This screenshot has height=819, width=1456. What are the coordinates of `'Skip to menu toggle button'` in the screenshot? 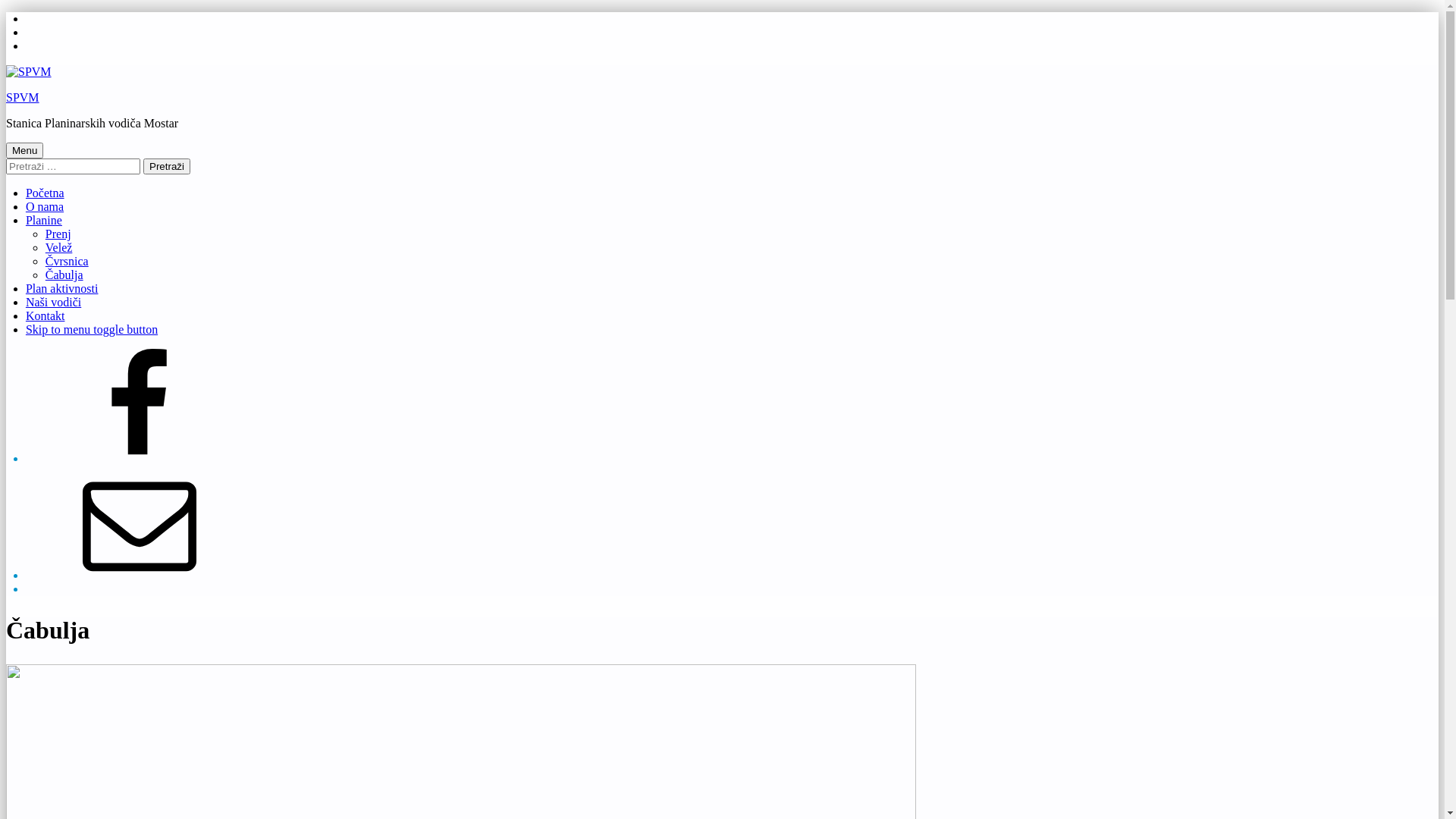 It's located at (90, 328).